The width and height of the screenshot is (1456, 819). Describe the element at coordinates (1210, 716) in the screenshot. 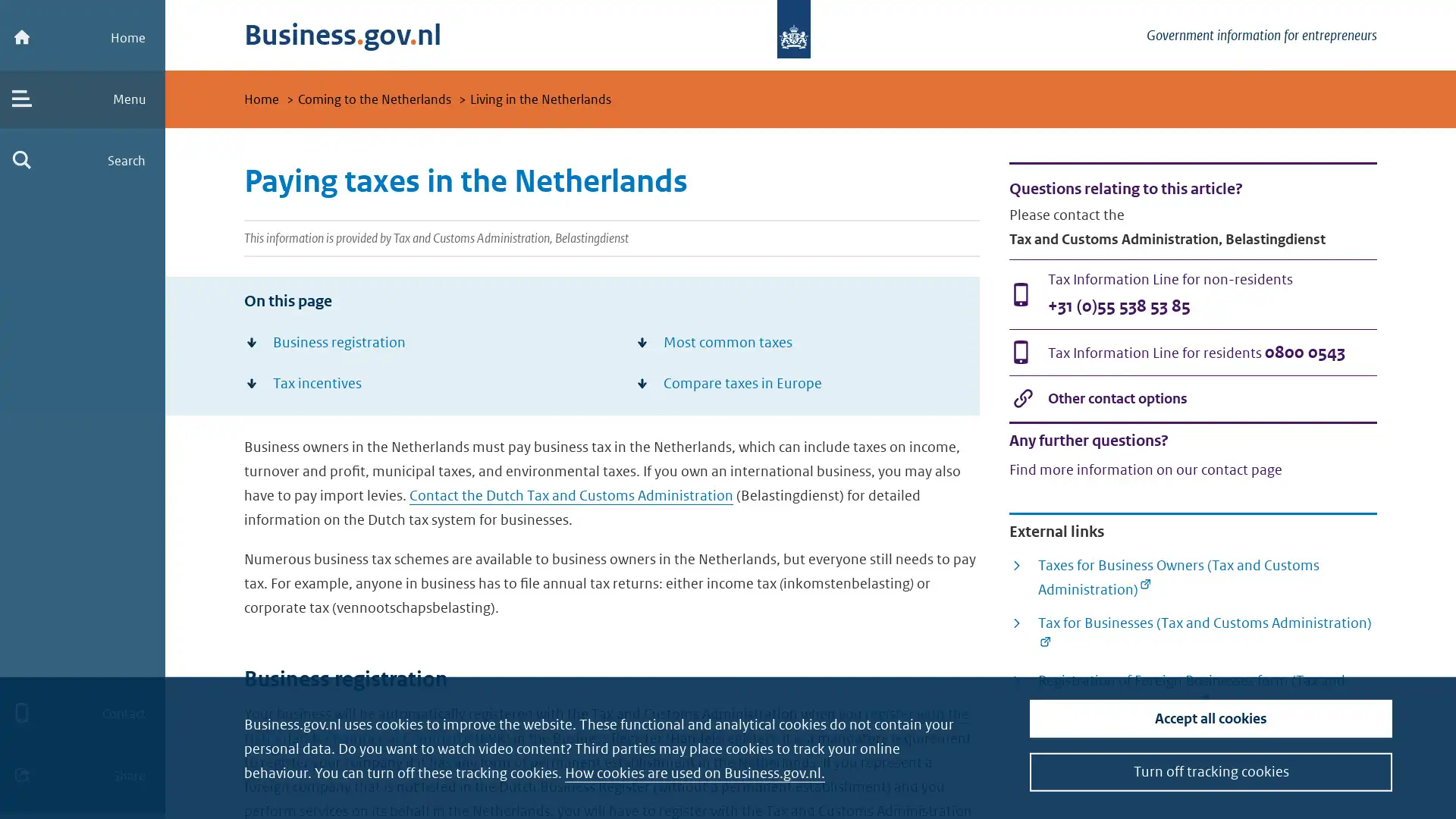

I see `Accept all cookies` at that location.